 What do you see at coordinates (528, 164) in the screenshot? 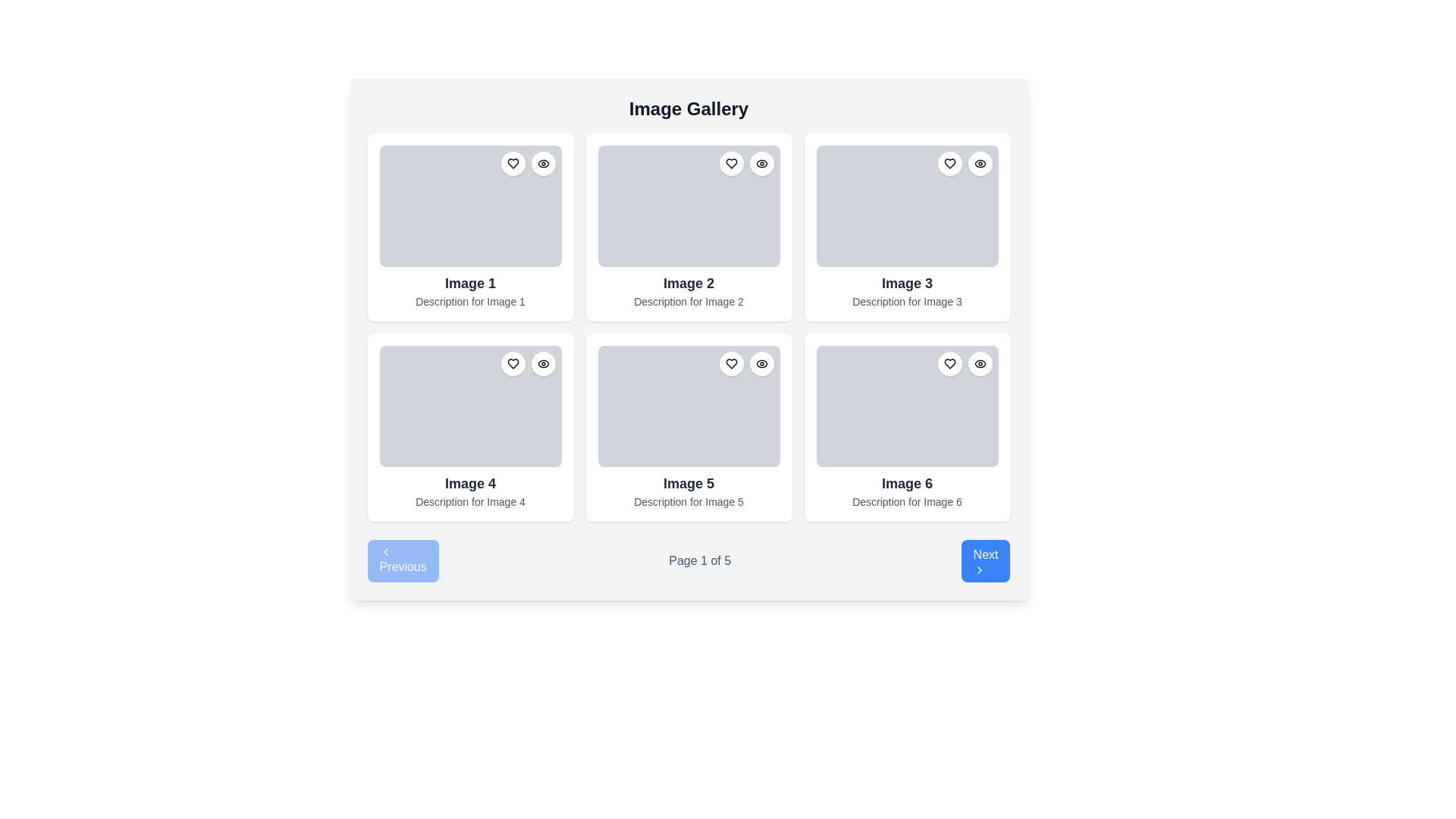
I see `the heart icon located at the top-right corner of the first image card to favorite the image` at bounding box center [528, 164].